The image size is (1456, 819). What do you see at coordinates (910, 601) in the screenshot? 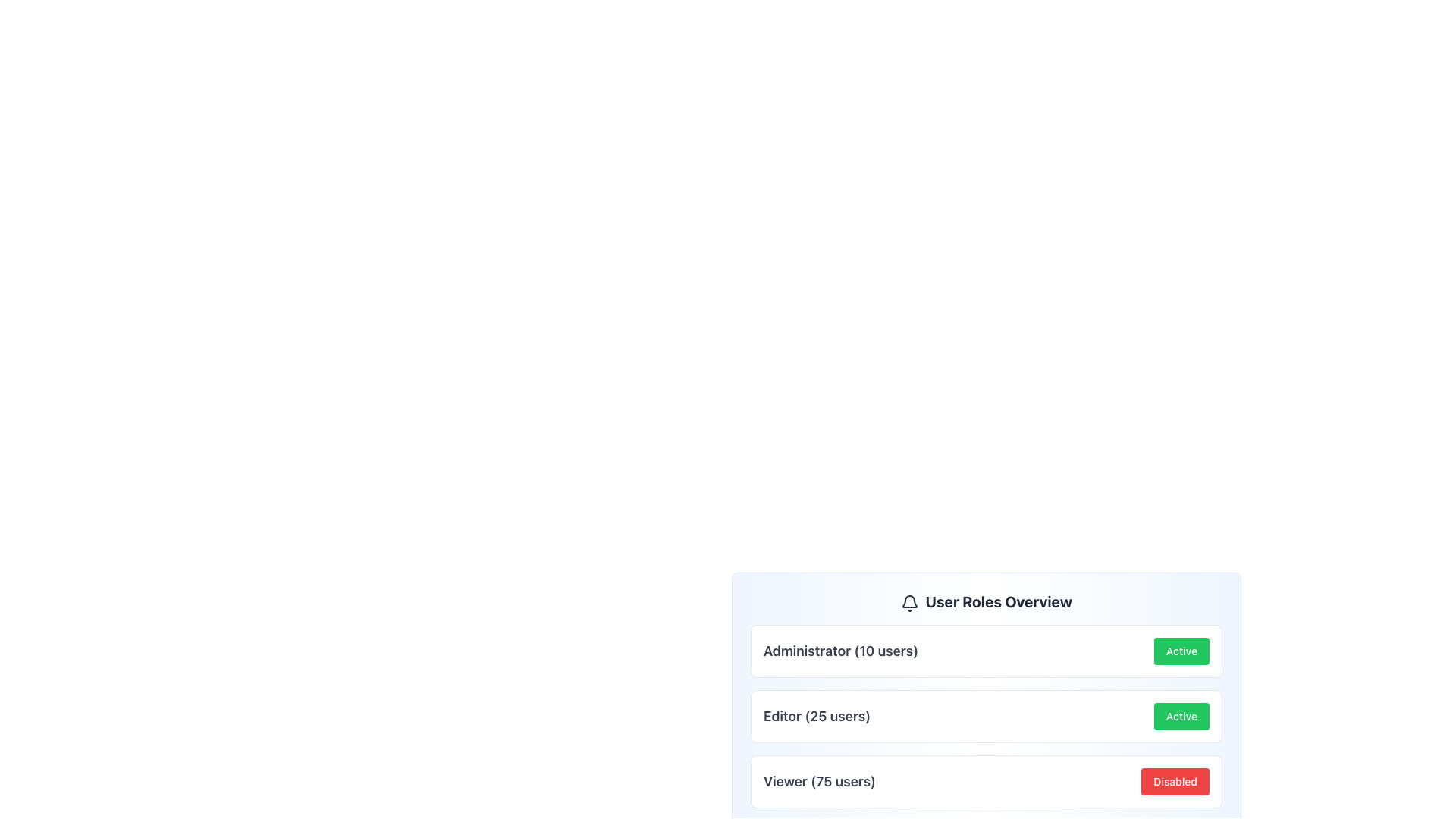
I see `the bell icon representing notifications, located in the header of the 'User Roles Overview' section` at bounding box center [910, 601].